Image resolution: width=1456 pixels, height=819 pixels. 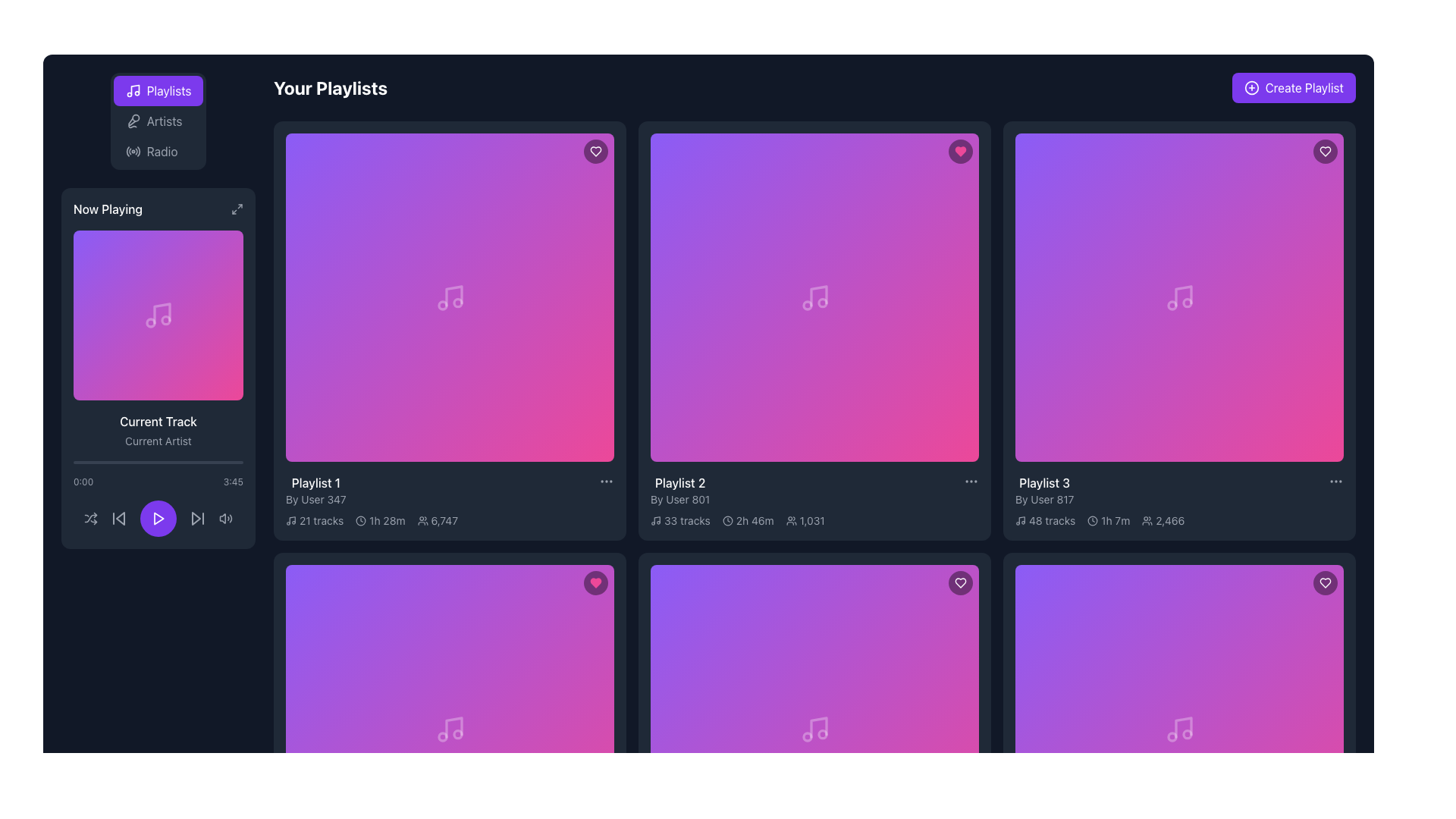 What do you see at coordinates (1324, 582) in the screenshot?
I see `the heart-shaped SVG icon` at bounding box center [1324, 582].